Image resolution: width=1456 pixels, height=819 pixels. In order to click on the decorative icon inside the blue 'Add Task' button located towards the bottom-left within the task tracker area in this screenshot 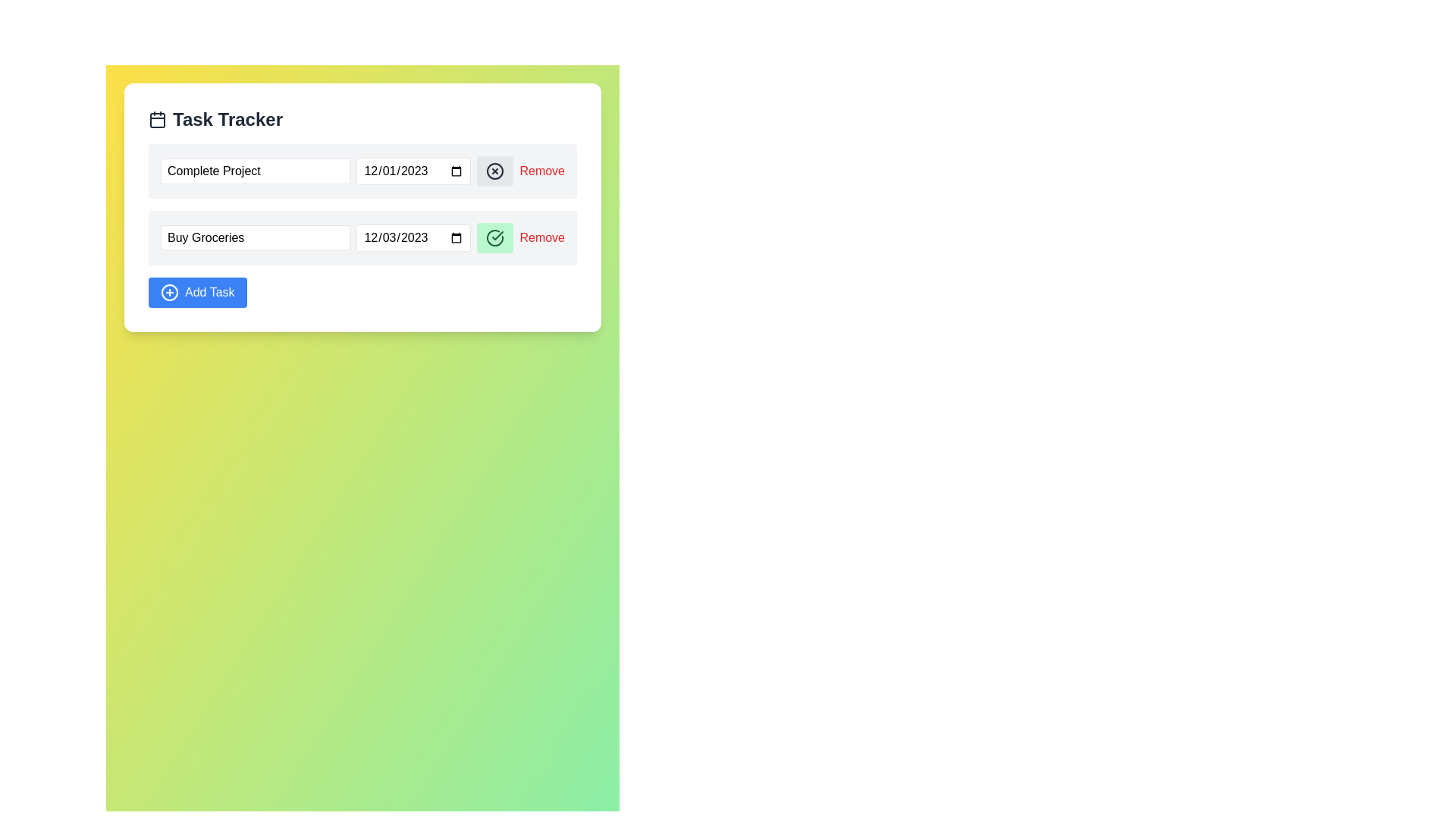, I will do `click(170, 292)`.